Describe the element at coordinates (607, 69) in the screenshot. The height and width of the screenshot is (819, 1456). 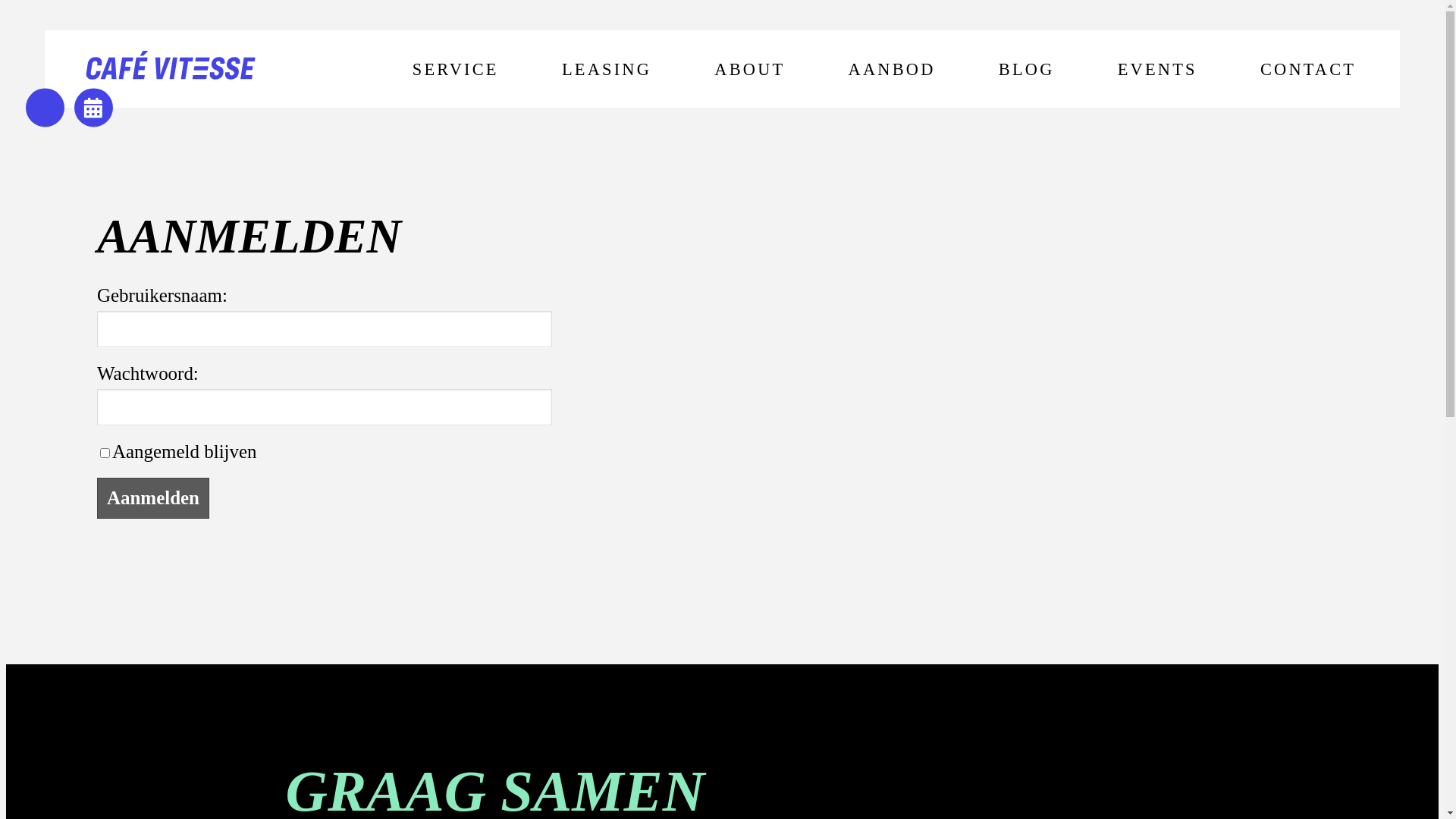
I see `'LEASING'` at that location.